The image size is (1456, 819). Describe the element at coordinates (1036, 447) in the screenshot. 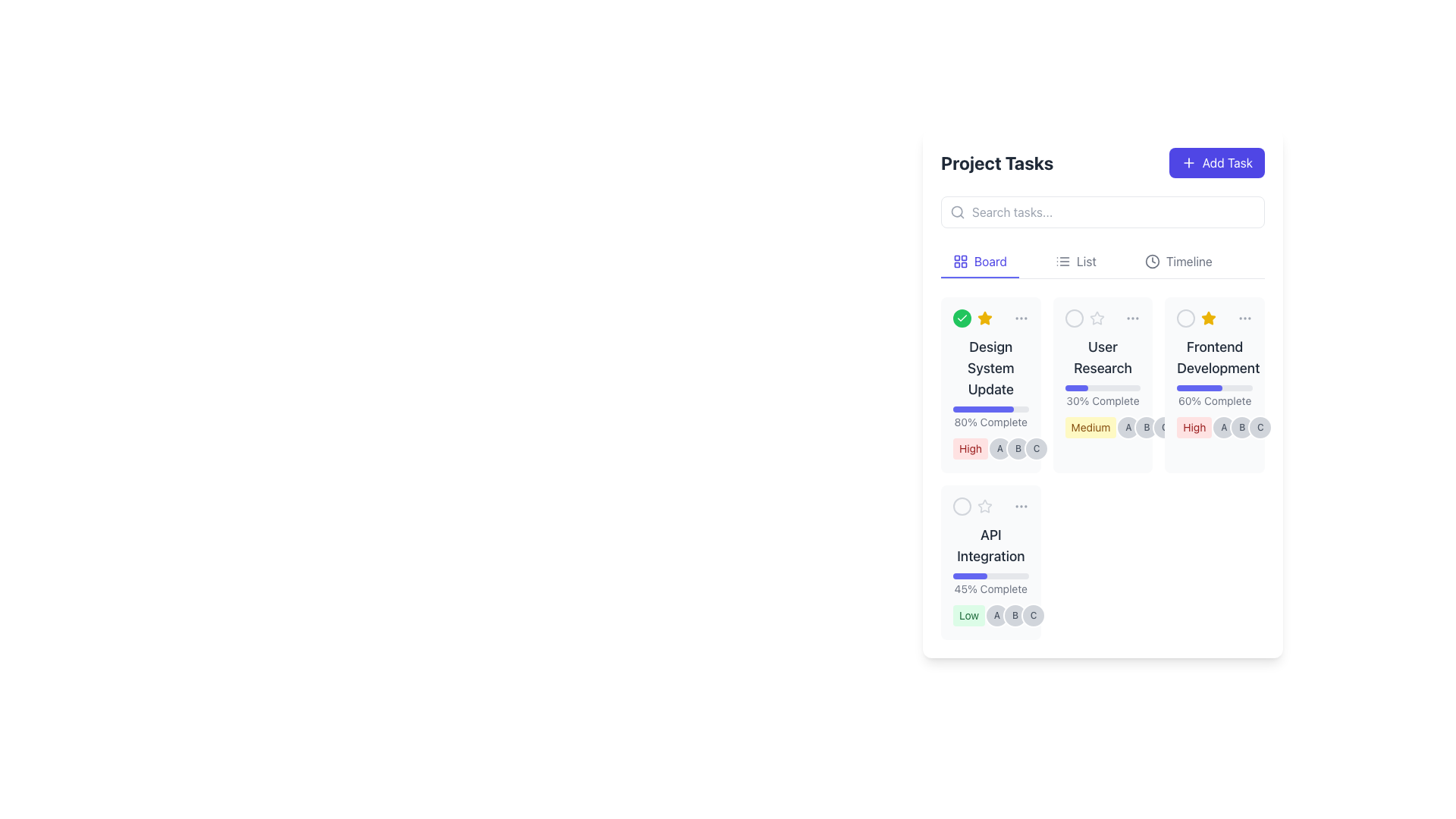

I see `the circular label or badge representing the letter 'C', which is the third item in a horizontal sequence of badges labeled 'A', 'B', and 'C', positioned below the 'User Research' task card` at that location.